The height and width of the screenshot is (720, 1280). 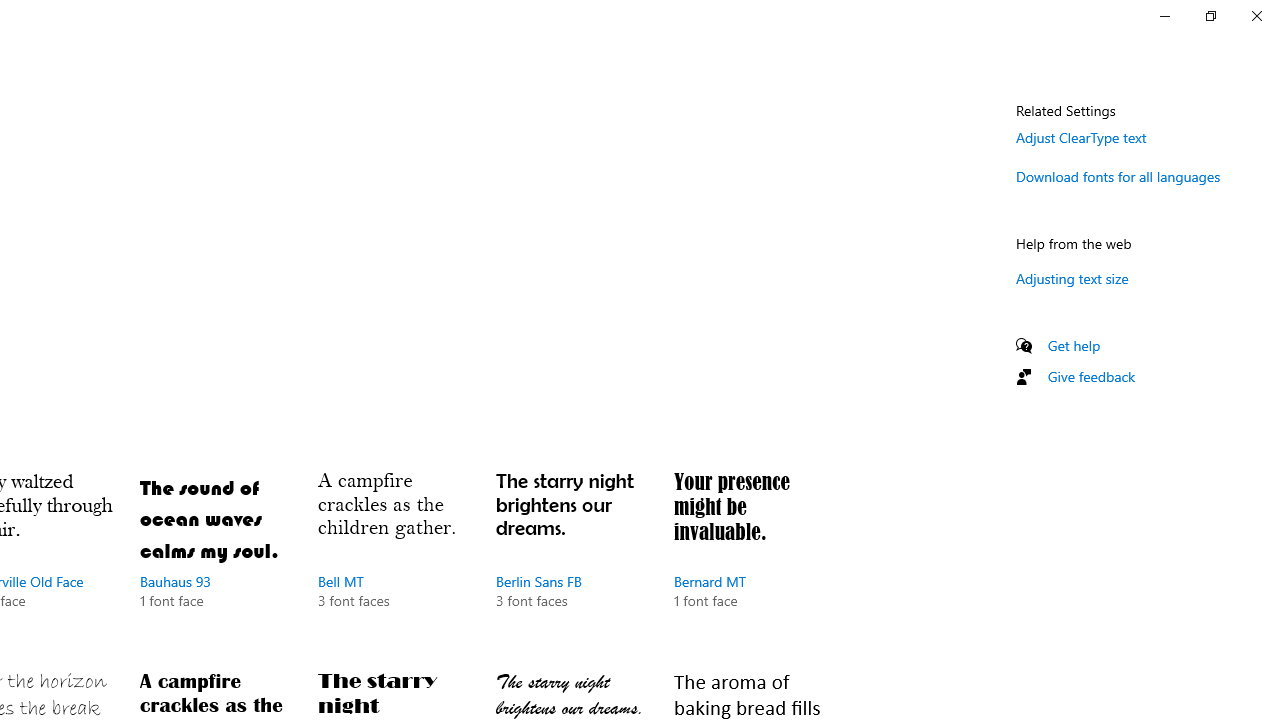 What do you see at coordinates (1117, 175) in the screenshot?
I see `'Download fonts for all languages'` at bounding box center [1117, 175].